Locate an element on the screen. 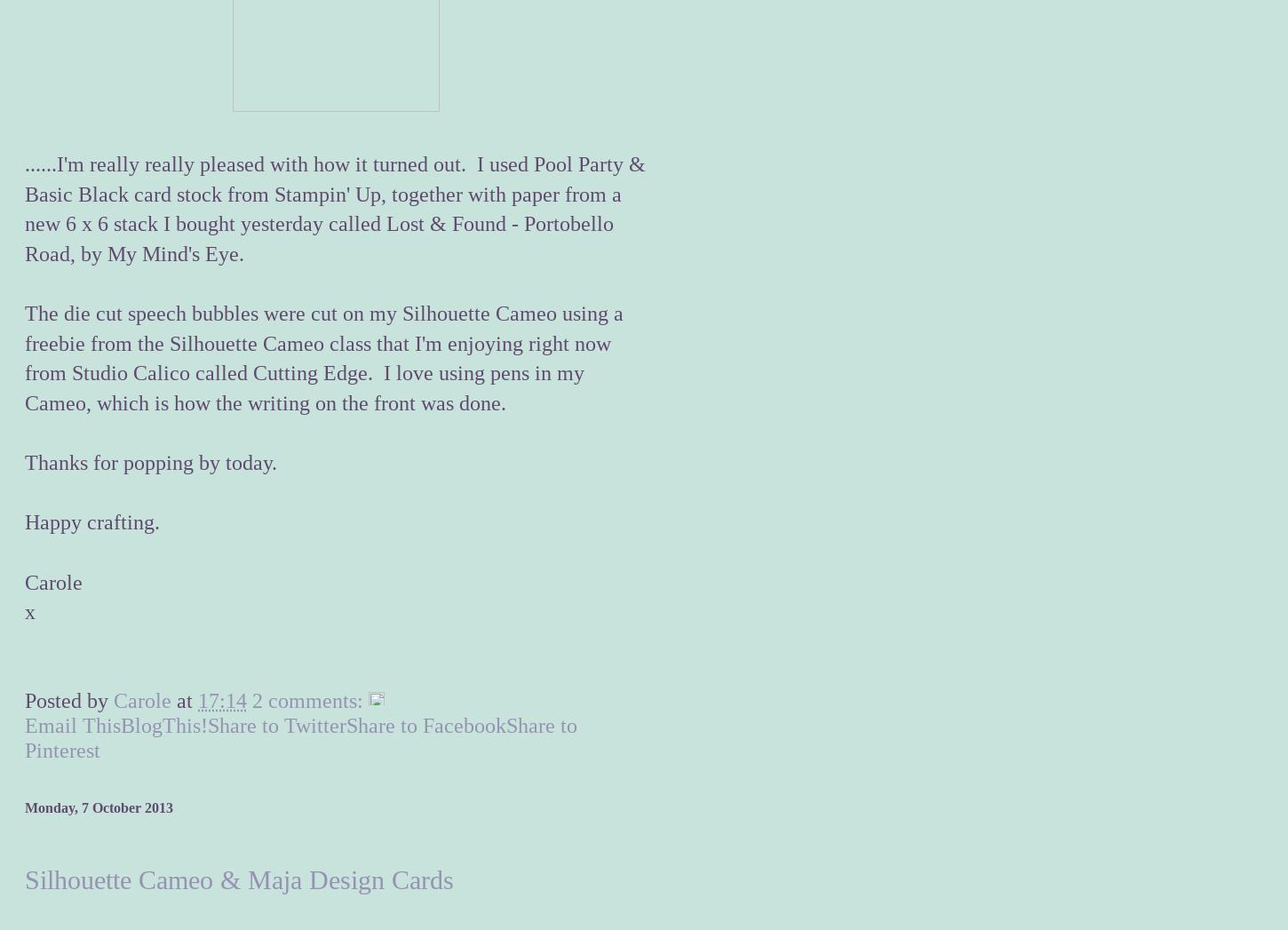 This screenshot has width=1288, height=930. 'Share to Pinterest' is located at coordinates (301, 738).